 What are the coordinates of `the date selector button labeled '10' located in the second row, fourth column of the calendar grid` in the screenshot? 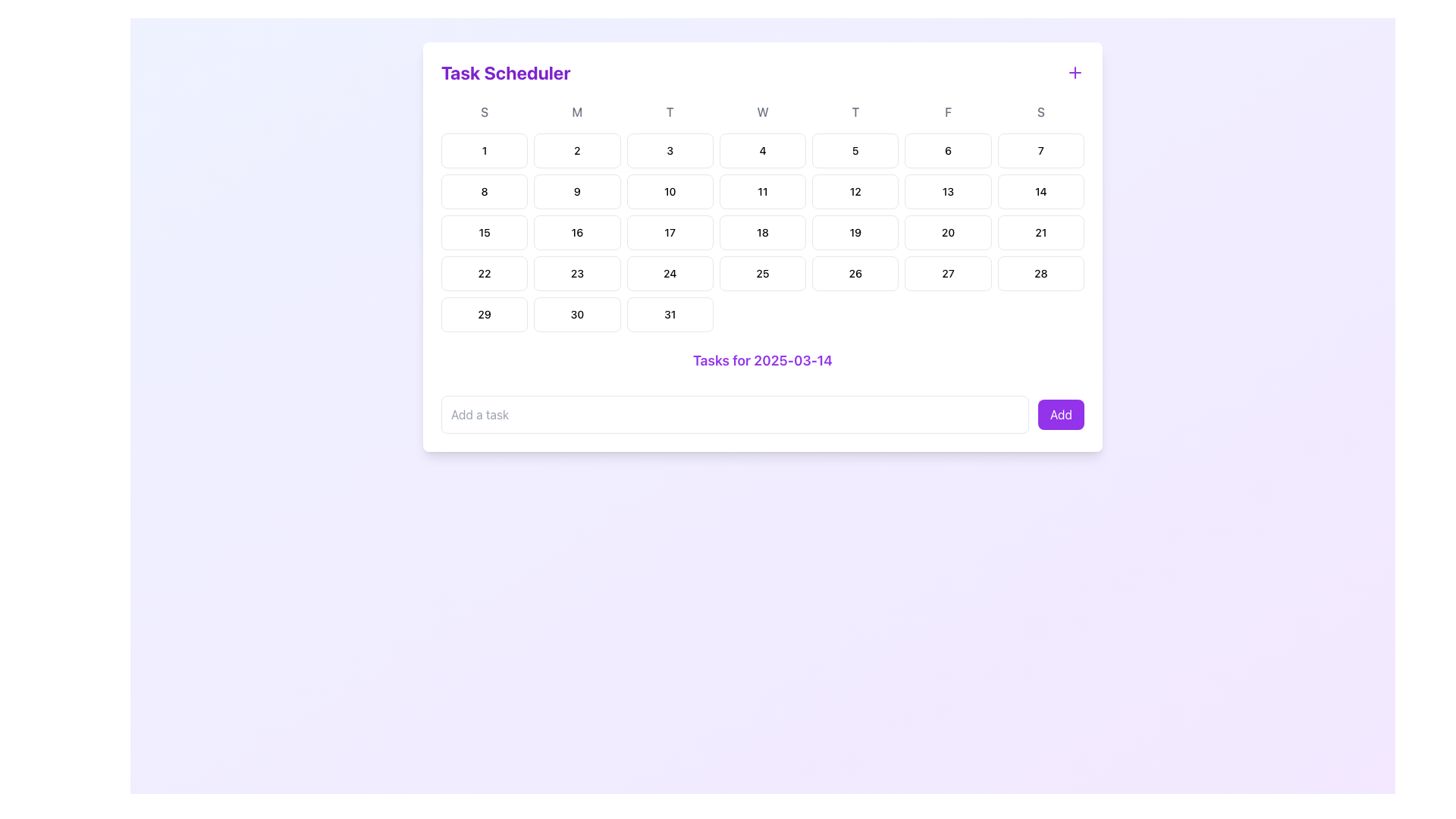 It's located at (669, 191).